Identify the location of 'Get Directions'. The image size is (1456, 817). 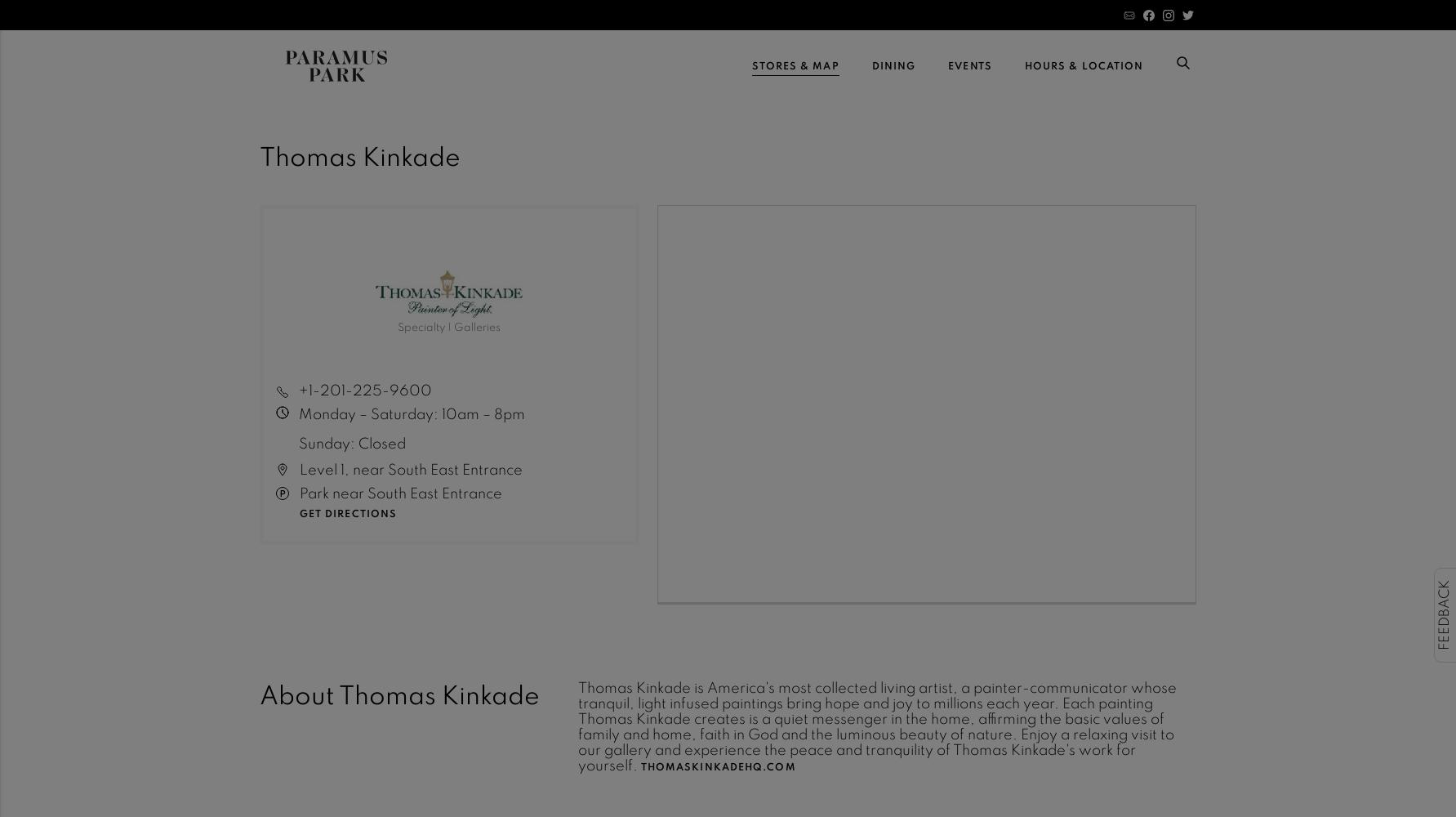
(298, 515).